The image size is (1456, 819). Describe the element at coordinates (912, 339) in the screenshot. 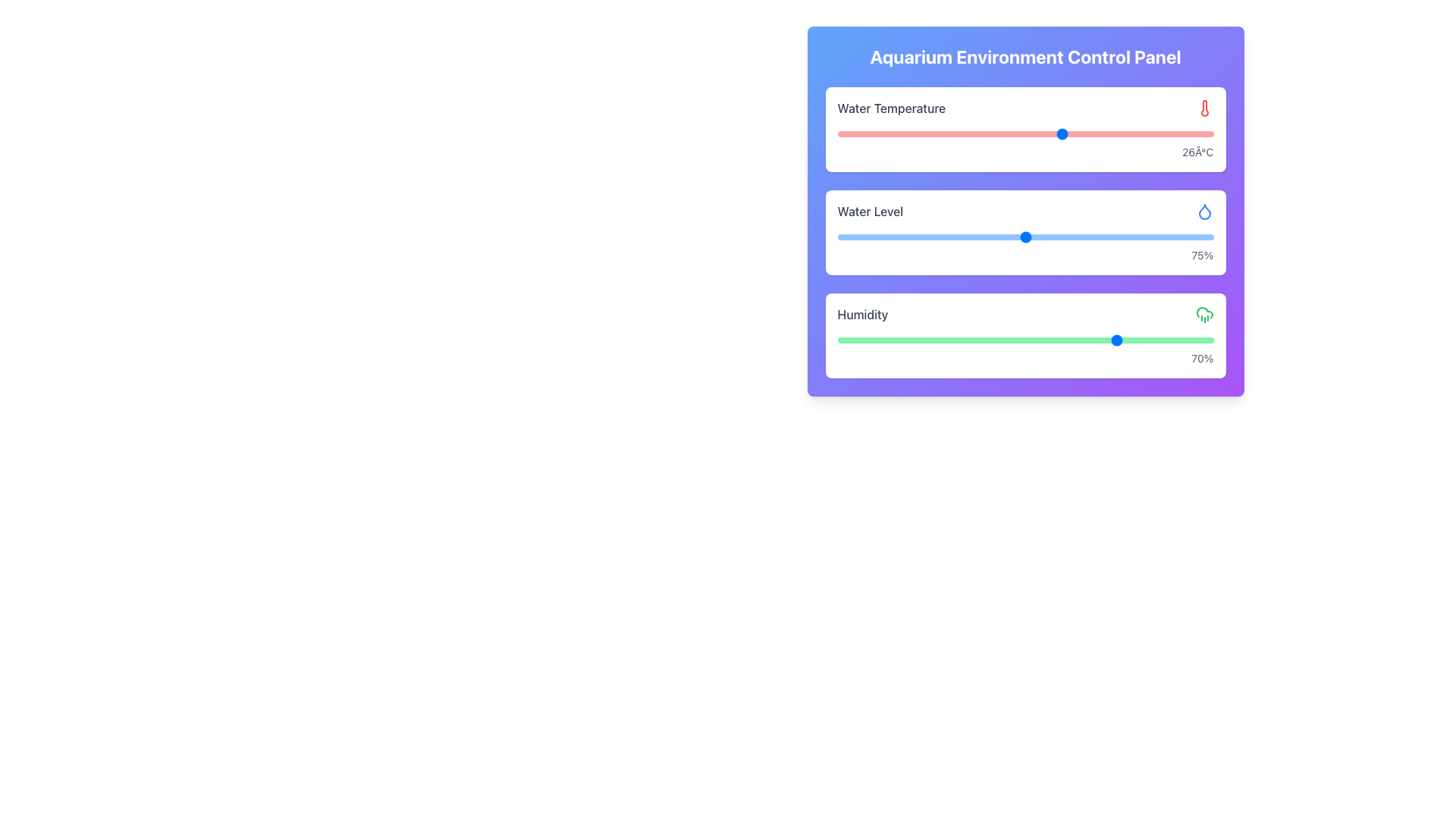

I see `the humidity` at that location.